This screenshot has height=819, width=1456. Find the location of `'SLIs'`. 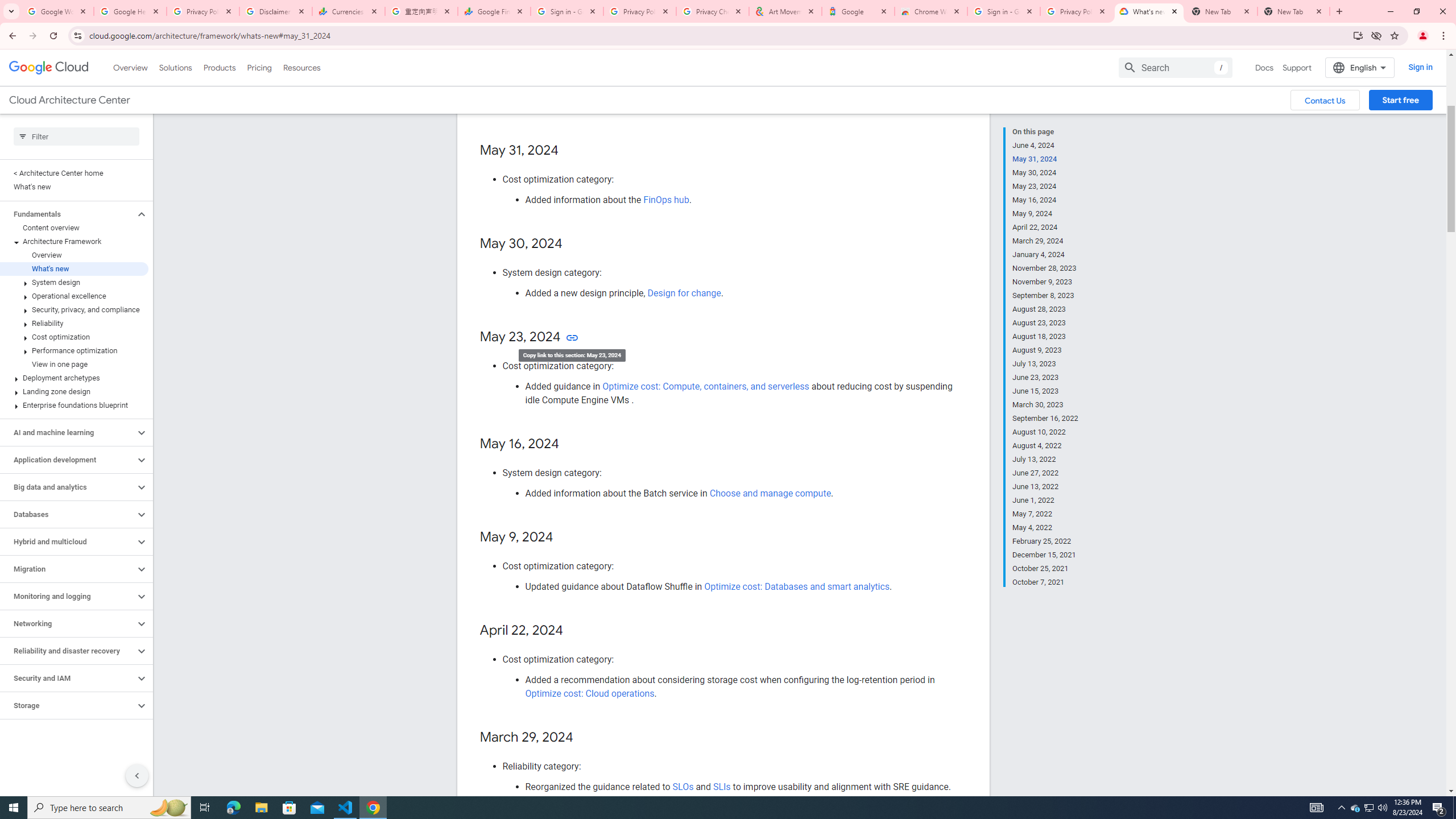

'SLIs' is located at coordinates (721, 786).